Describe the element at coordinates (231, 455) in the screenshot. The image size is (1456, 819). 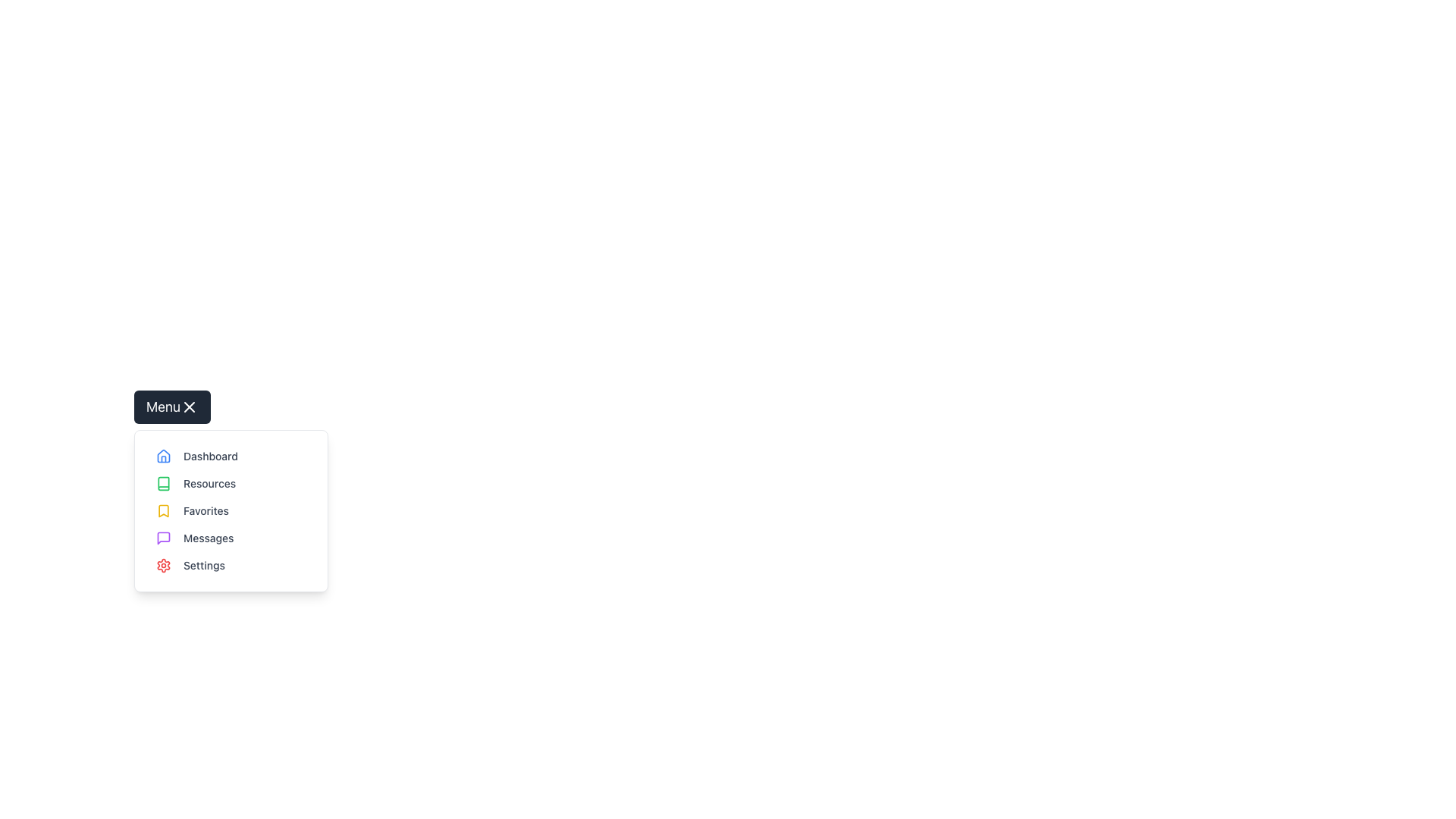
I see `the 'Dashboard' menu item, which features a blue house-shaped icon on the left and gray text` at that location.